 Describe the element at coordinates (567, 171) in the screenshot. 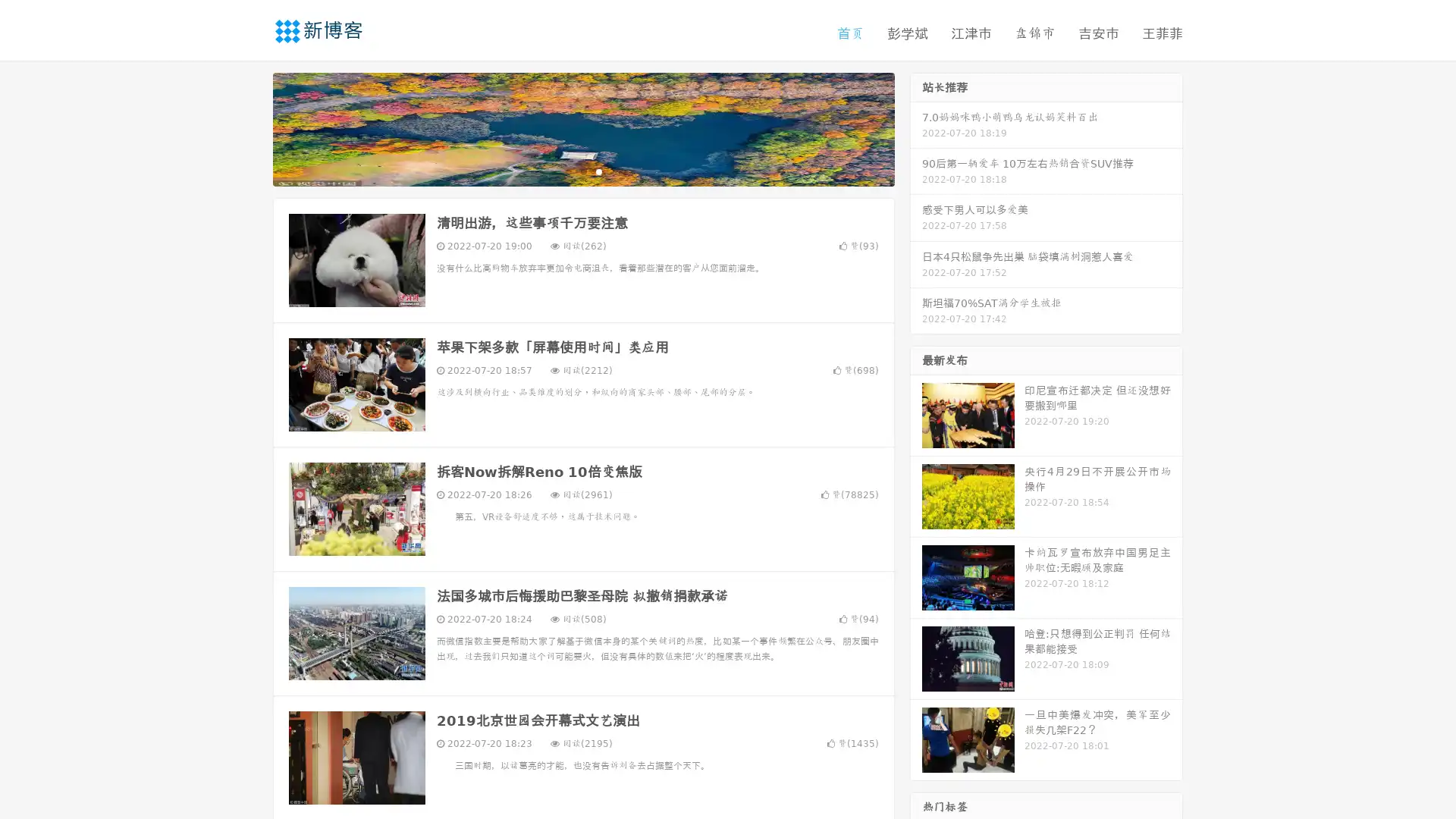

I see `Go to slide 1` at that location.